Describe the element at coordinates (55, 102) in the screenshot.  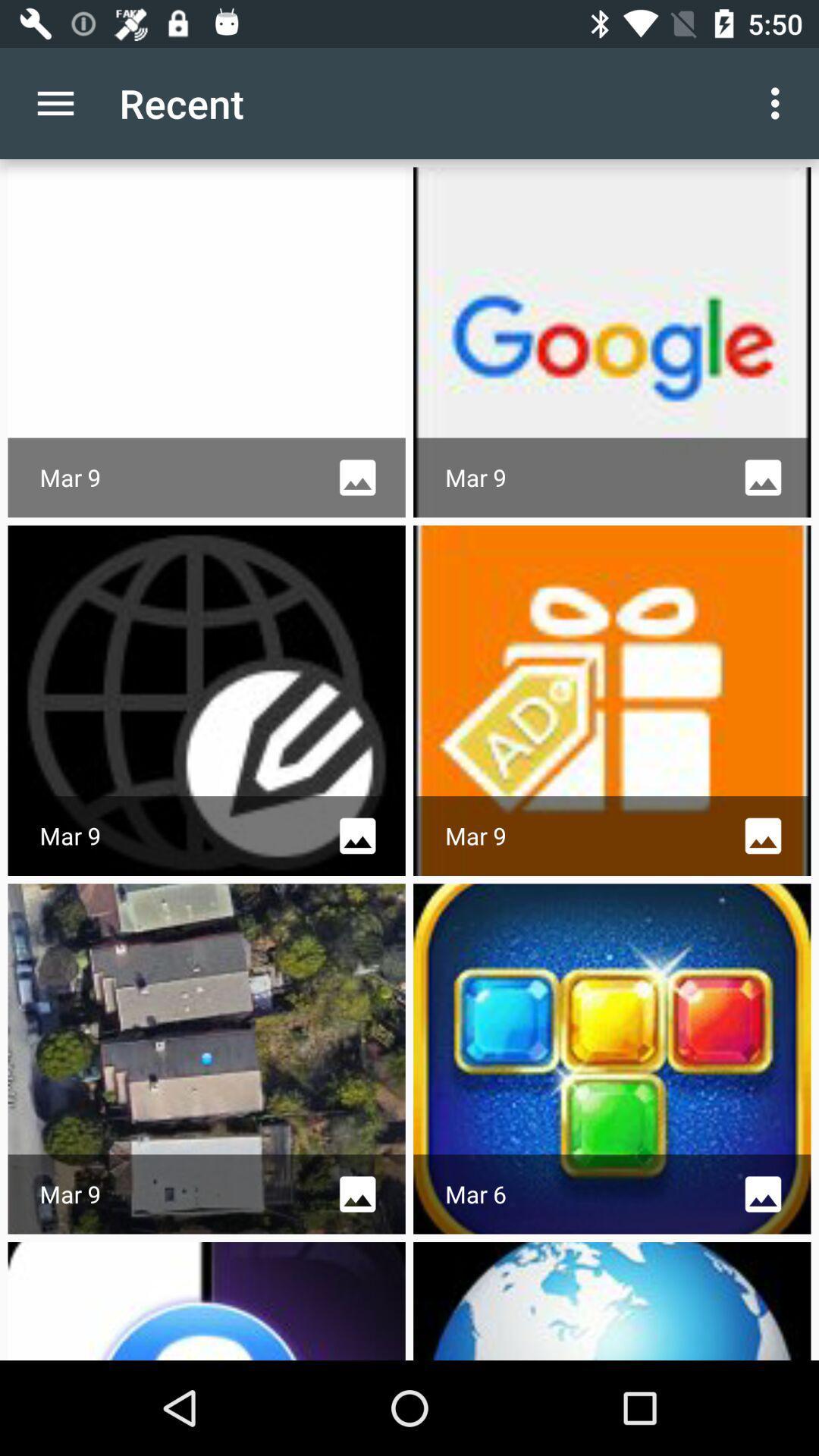
I see `the app next to the recent app` at that location.